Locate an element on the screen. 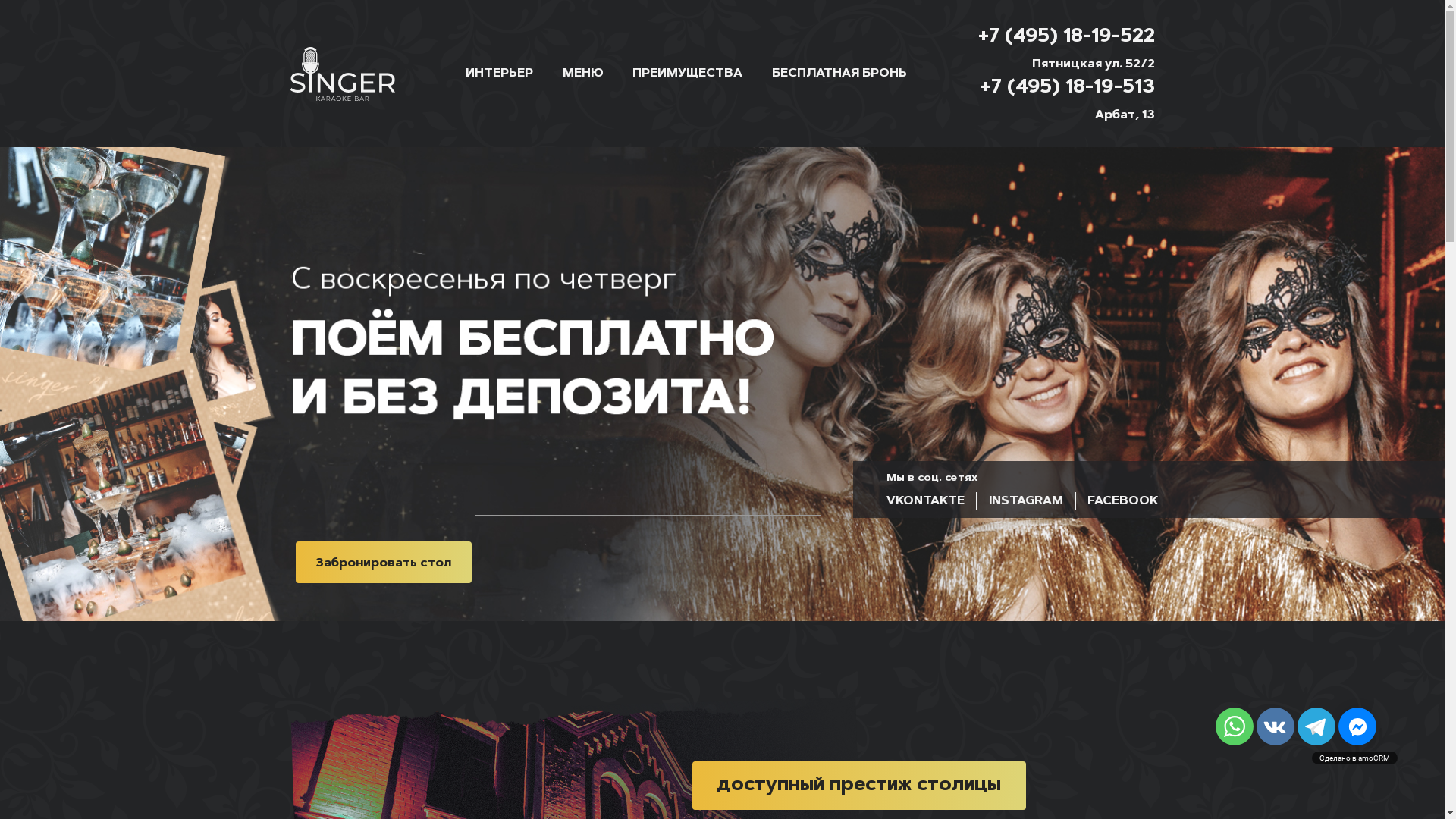  '+7 (495) 18-19-513' is located at coordinates (1065, 89).